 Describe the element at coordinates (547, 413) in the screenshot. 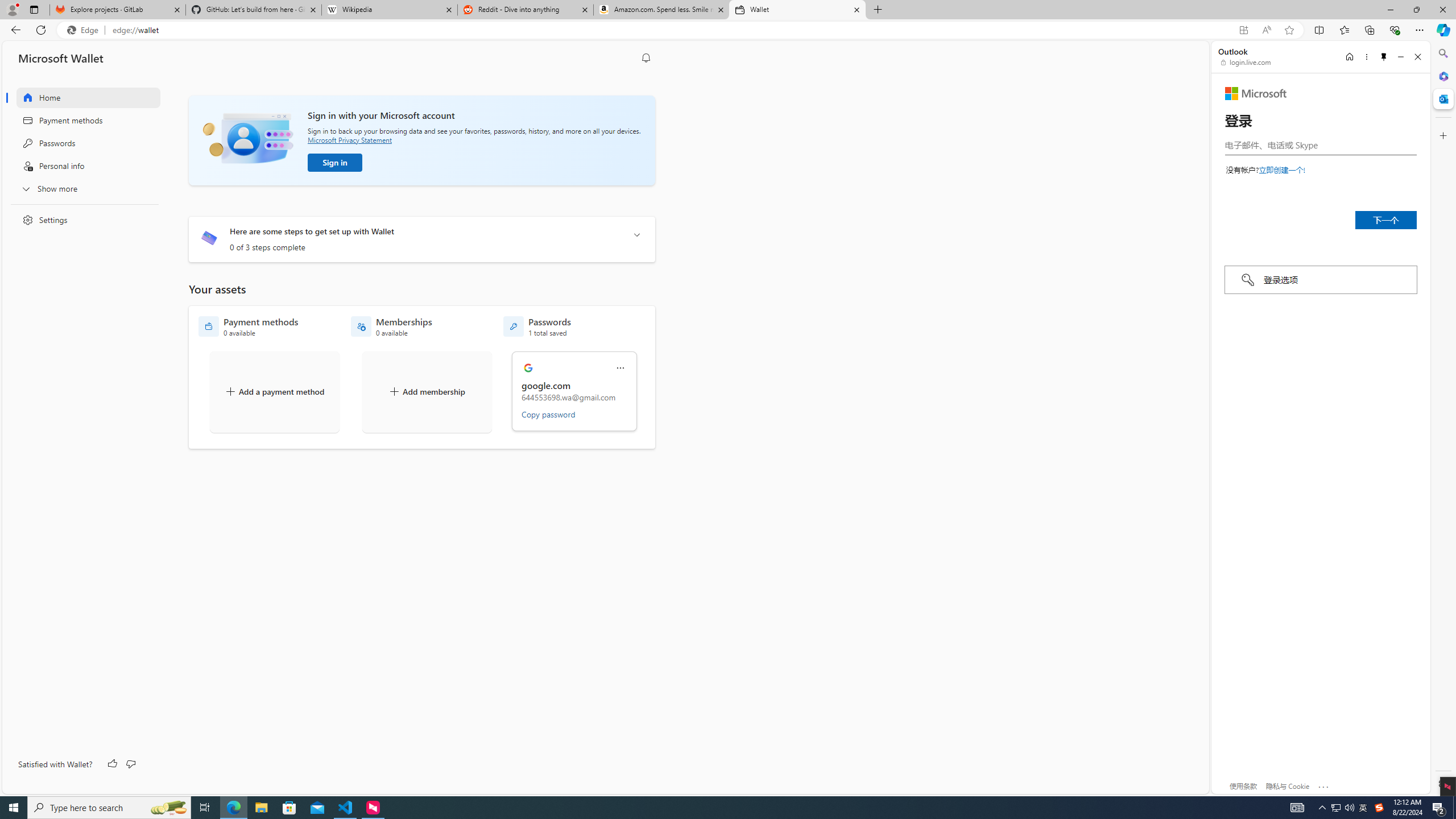

I see `'Copy password'` at that location.